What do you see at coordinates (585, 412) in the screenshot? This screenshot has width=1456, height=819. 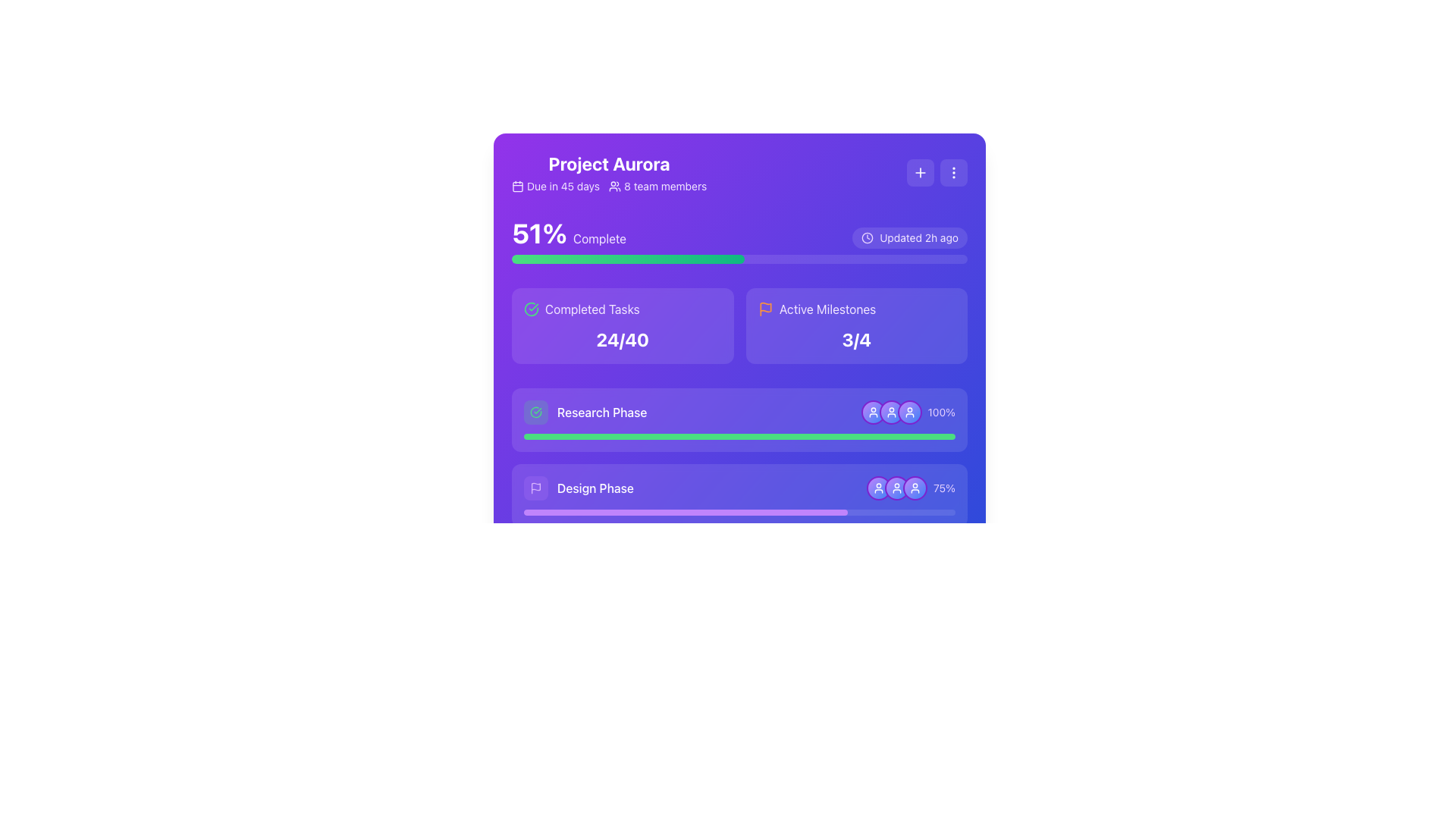 I see `text of the Label with status indicator that represents a phase in the project tracker, located in the middle-left section of a panel under the progress bar indicating '51% Complete'` at bounding box center [585, 412].